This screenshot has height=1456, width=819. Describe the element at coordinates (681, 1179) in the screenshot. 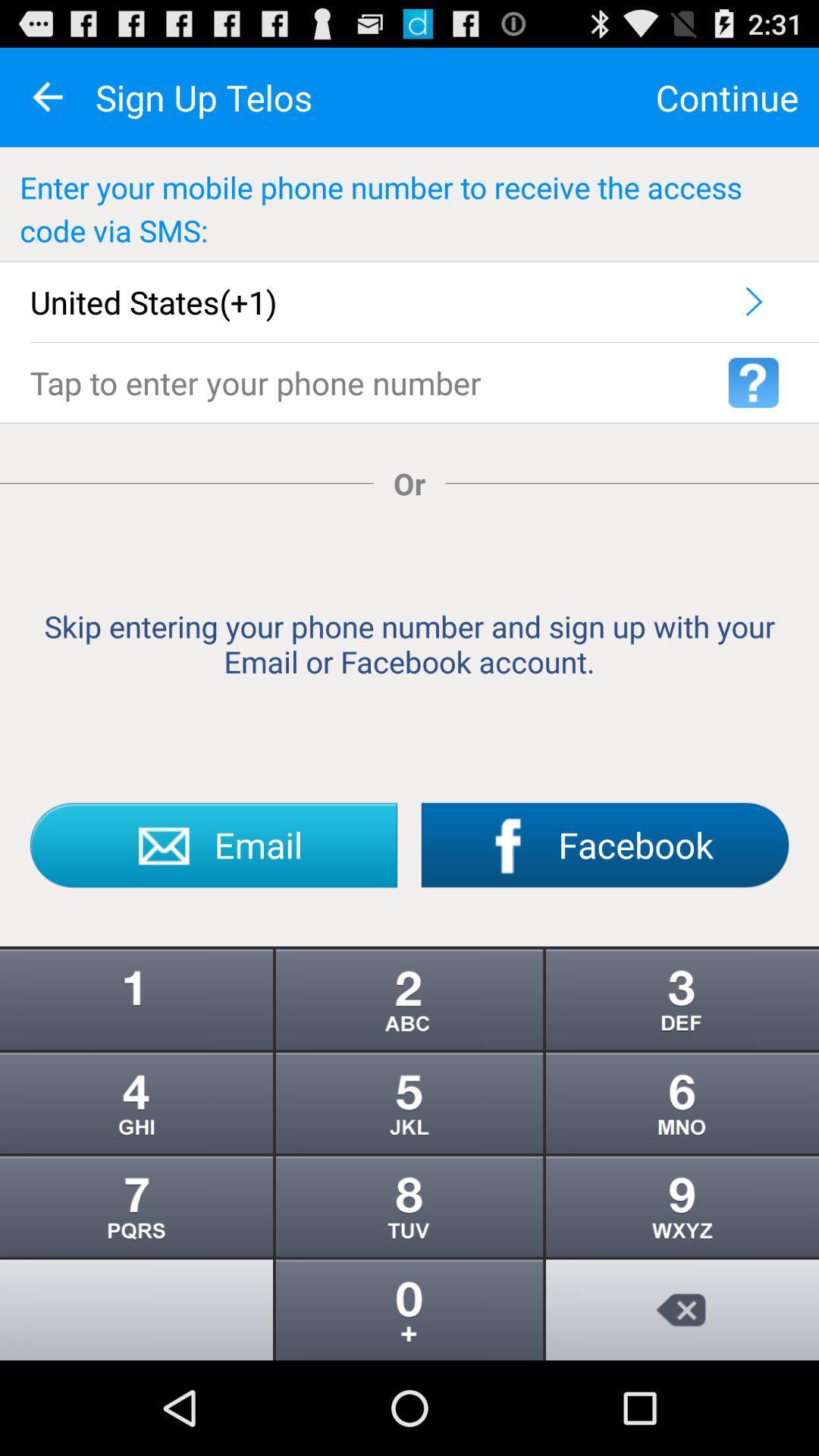

I see `the more icon` at that location.